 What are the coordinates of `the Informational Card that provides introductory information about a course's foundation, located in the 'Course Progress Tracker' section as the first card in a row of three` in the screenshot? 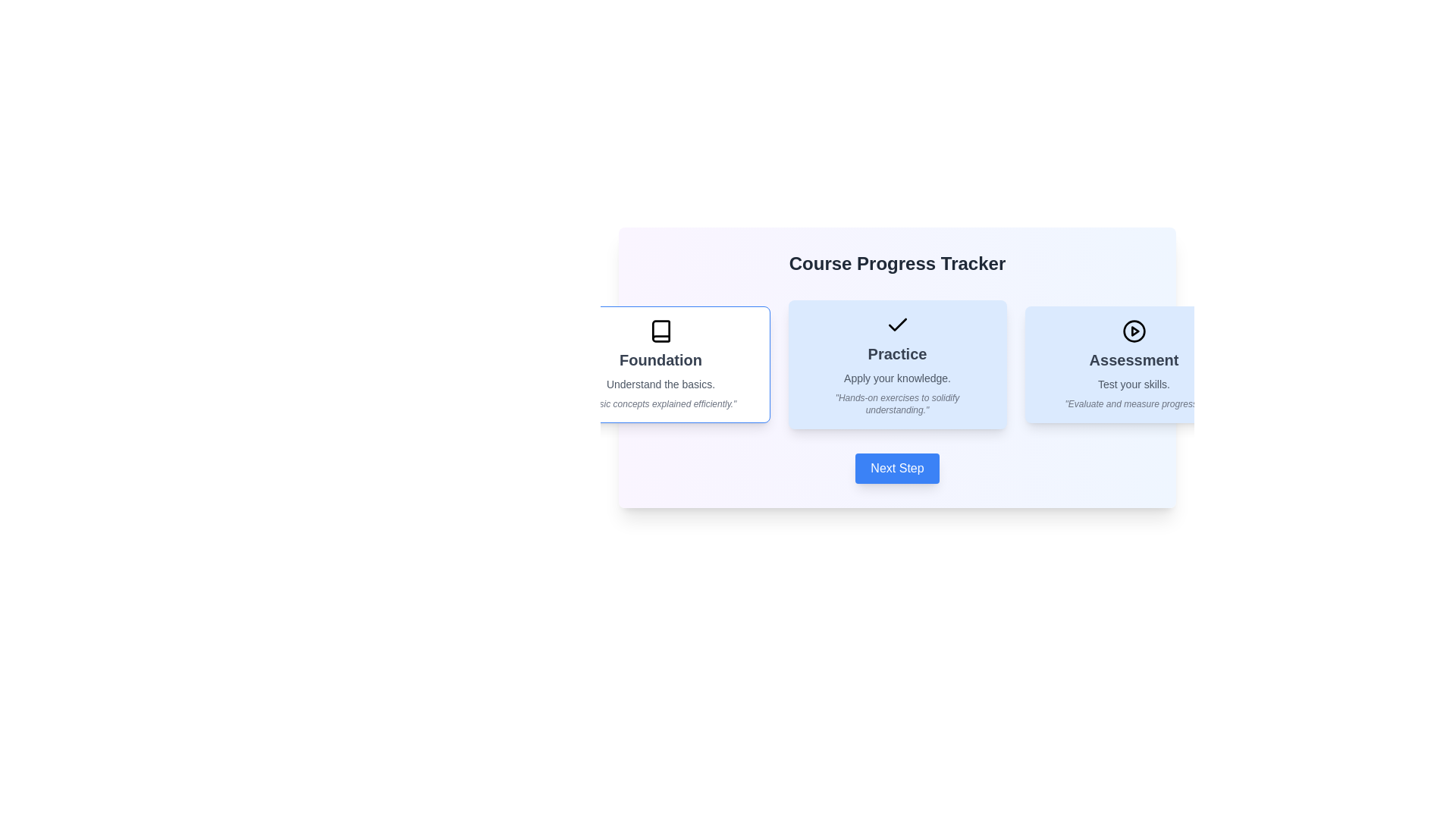 It's located at (661, 365).